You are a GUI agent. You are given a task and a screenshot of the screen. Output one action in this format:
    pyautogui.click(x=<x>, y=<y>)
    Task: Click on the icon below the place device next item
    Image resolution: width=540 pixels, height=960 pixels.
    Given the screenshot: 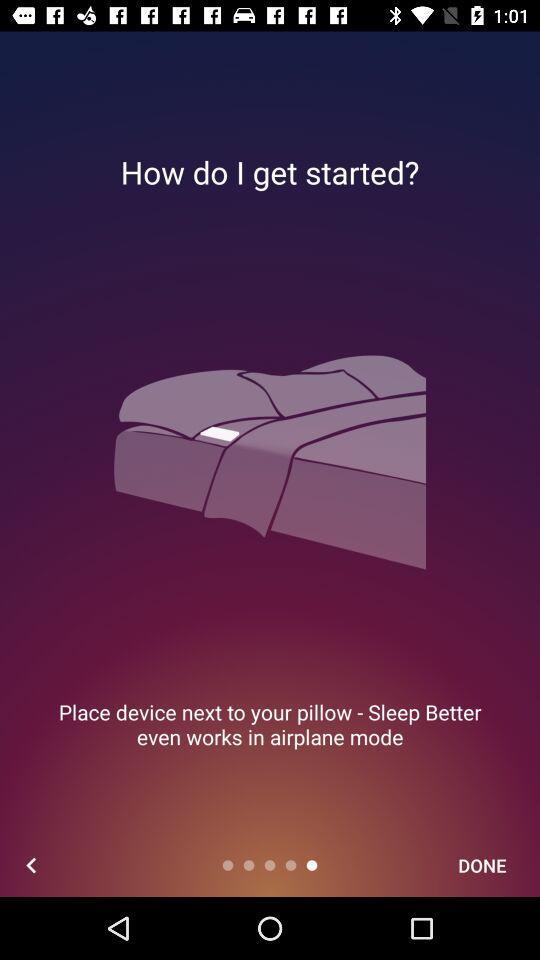 What is the action you would take?
    pyautogui.click(x=481, y=864)
    